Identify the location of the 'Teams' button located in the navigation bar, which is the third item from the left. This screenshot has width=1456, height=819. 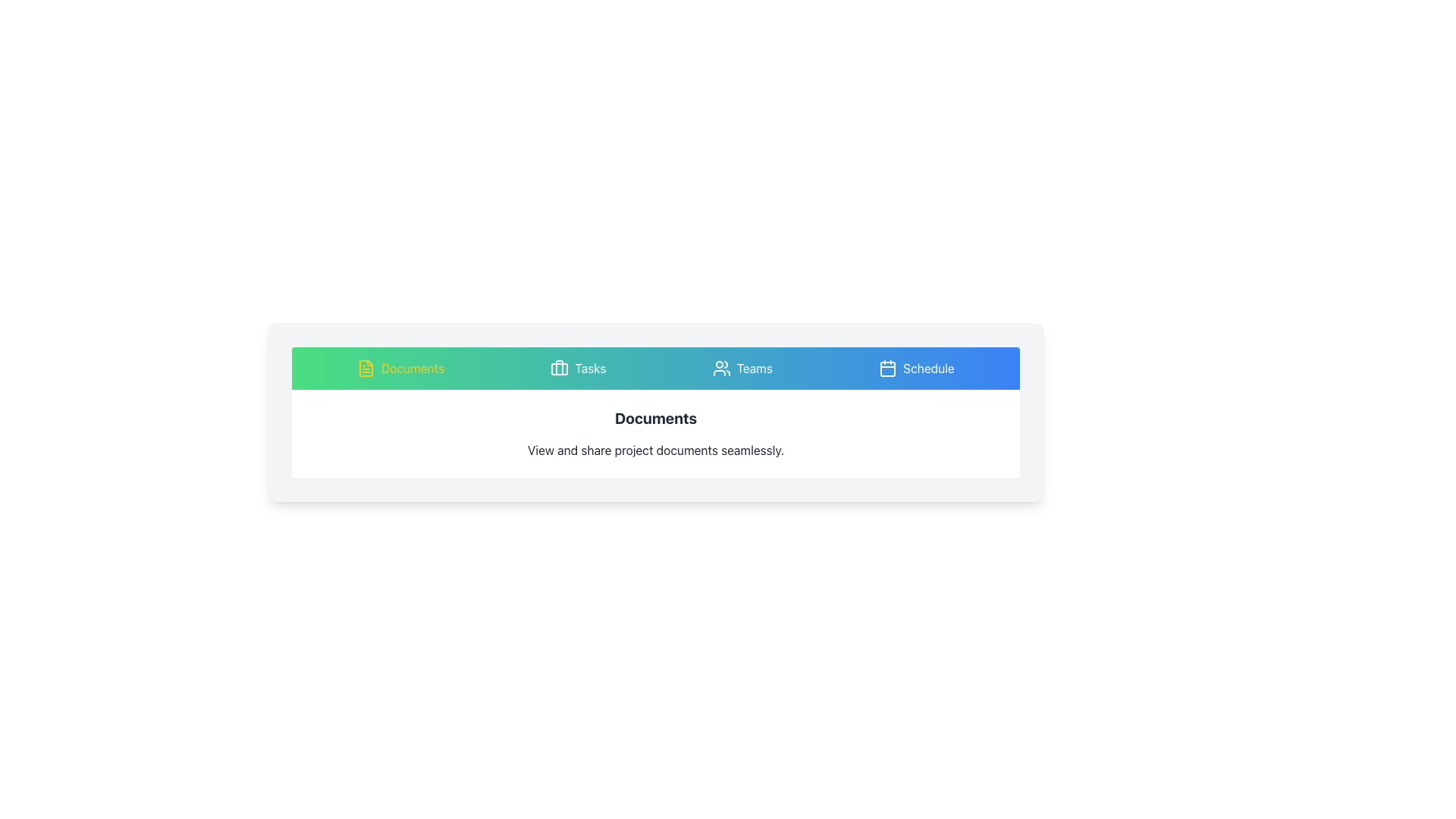
(742, 369).